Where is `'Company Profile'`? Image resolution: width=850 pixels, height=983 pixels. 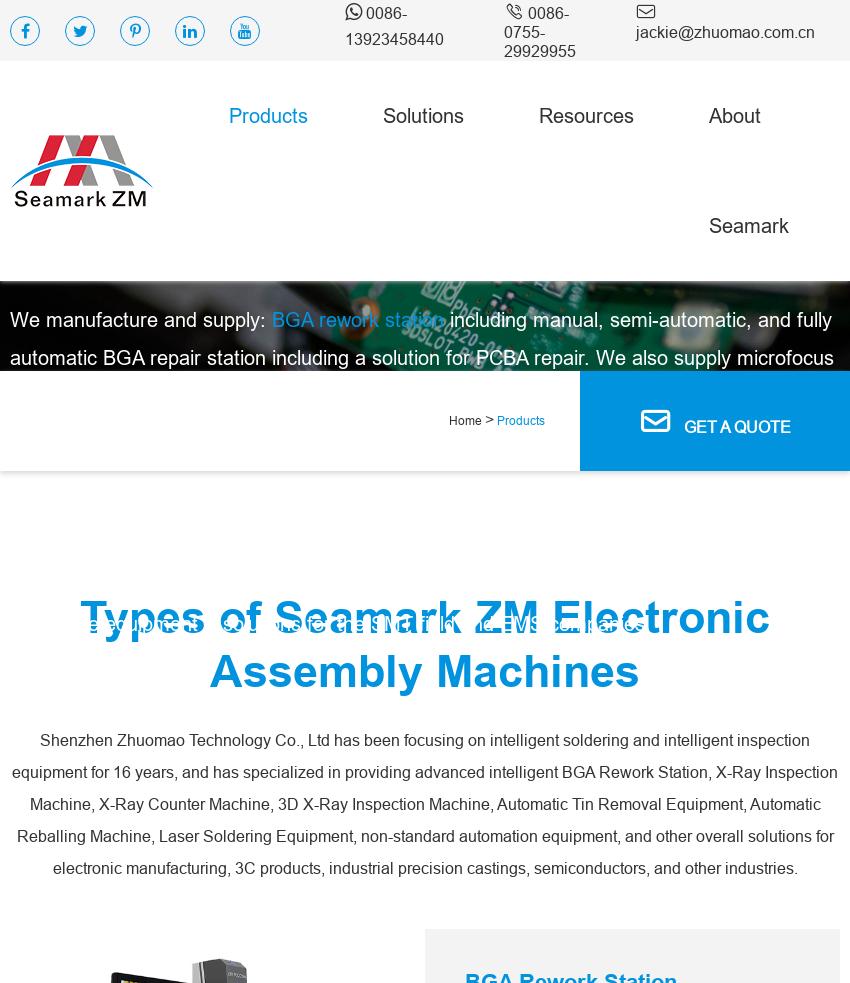
'Company Profile' is located at coordinates (777, 375).